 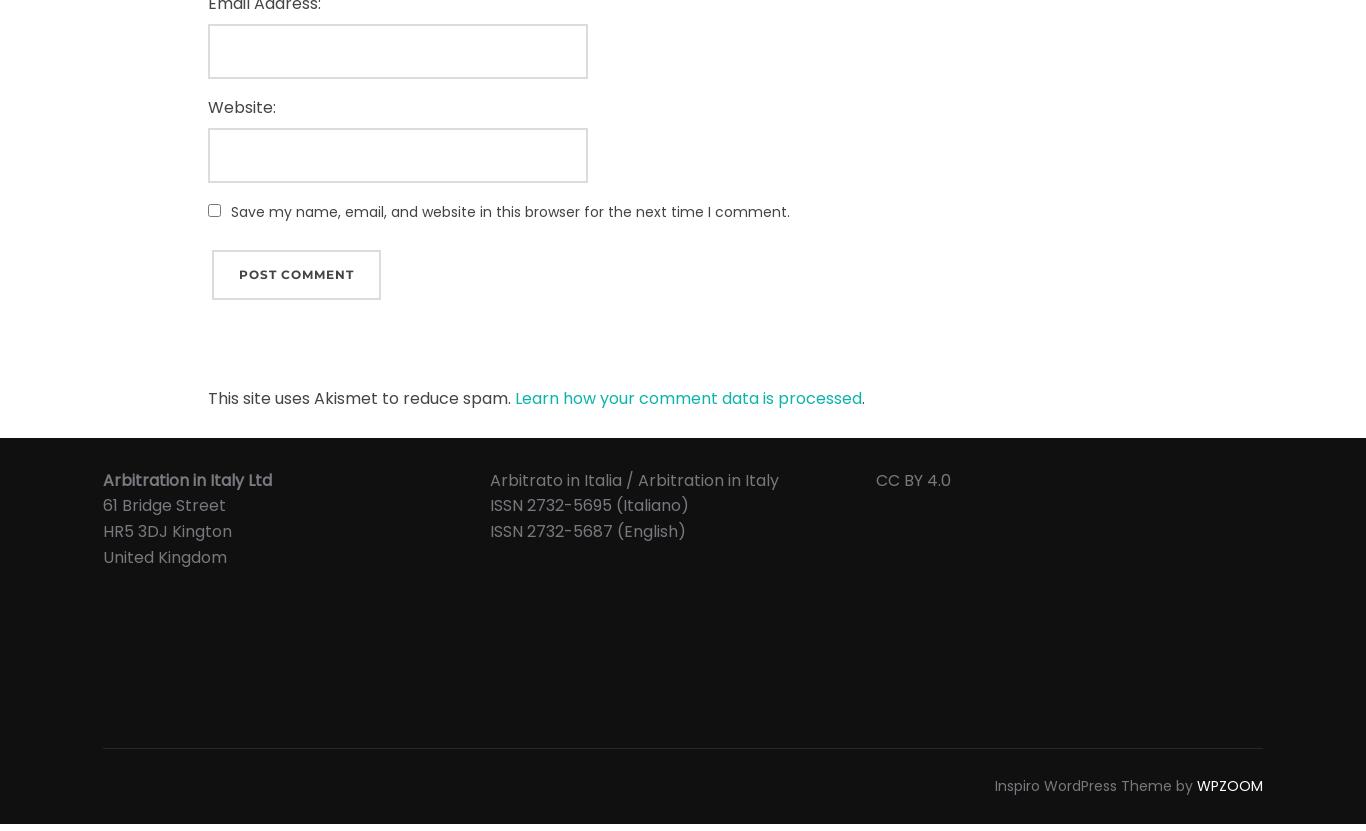 What do you see at coordinates (862, 398) in the screenshot?
I see `'.'` at bounding box center [862, 398].